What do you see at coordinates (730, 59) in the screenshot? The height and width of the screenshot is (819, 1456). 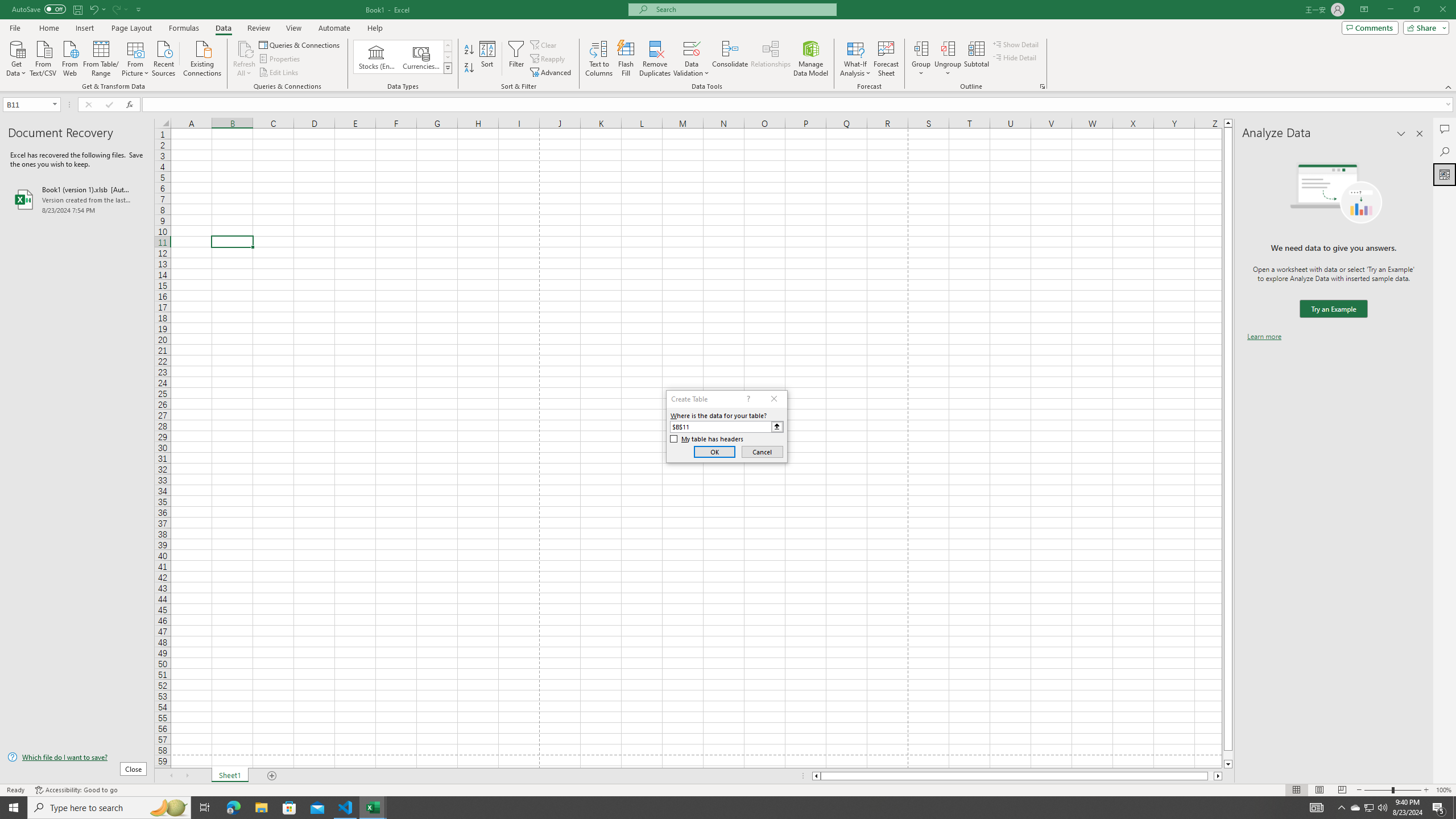 I see `'Consolidate...'` at bounding box center [730, 59].